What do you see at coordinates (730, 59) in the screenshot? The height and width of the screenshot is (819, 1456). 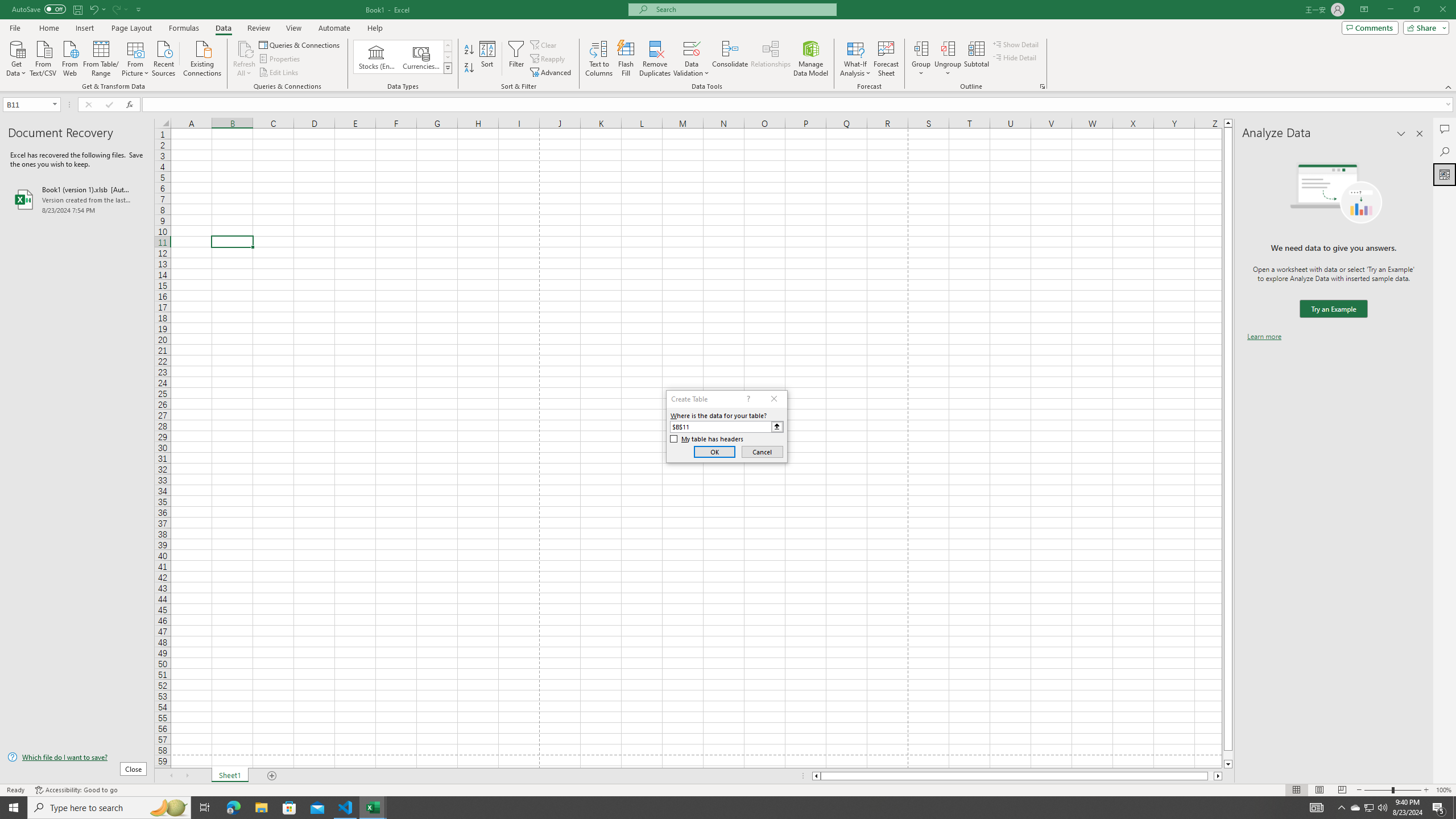 I see `'Consolidate...'` at bounding box center [730, 59].